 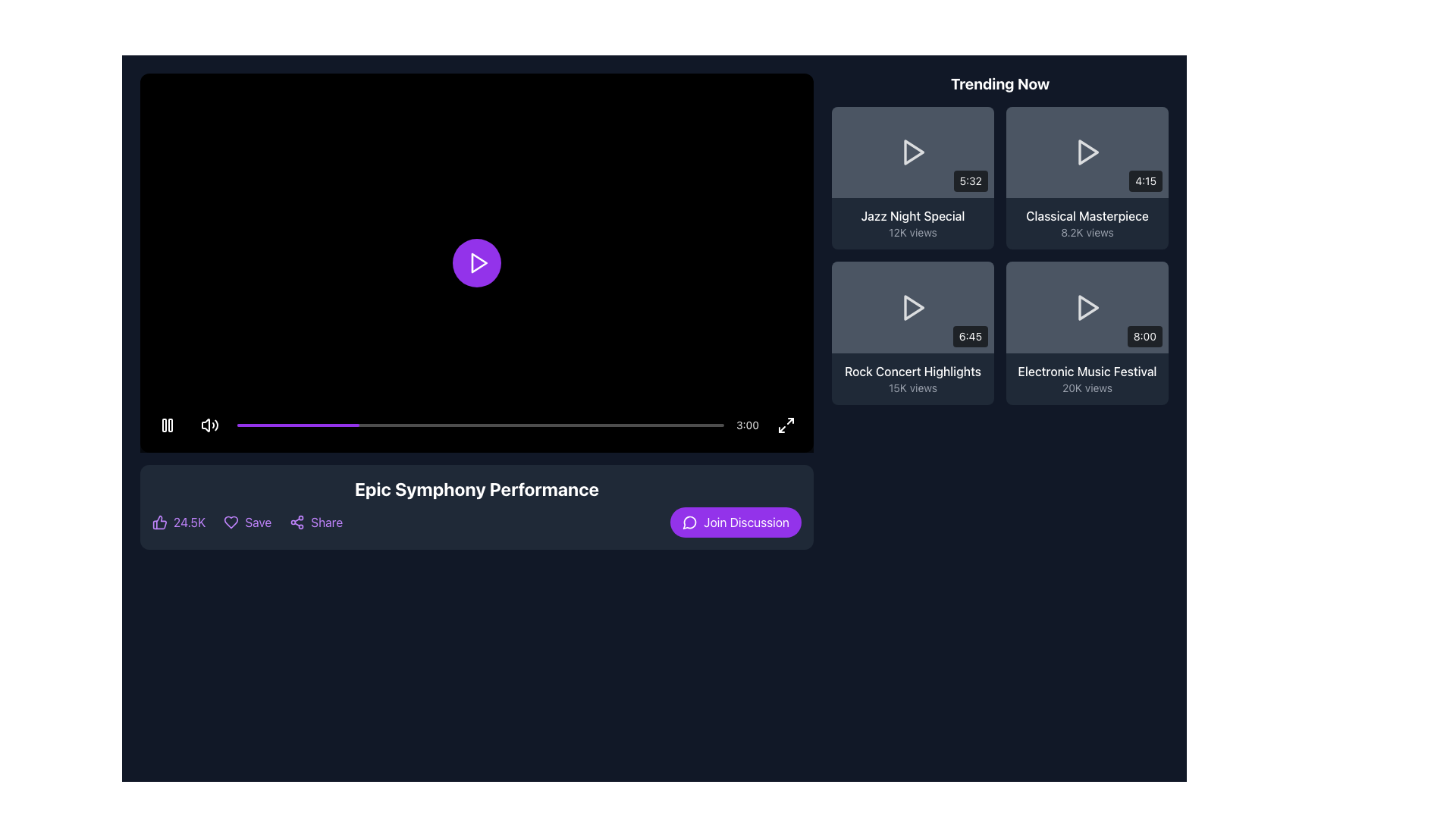 I want to click on the audio toggle button located at the bottom left corner of the video playback bar, so click(x=209, y=424).